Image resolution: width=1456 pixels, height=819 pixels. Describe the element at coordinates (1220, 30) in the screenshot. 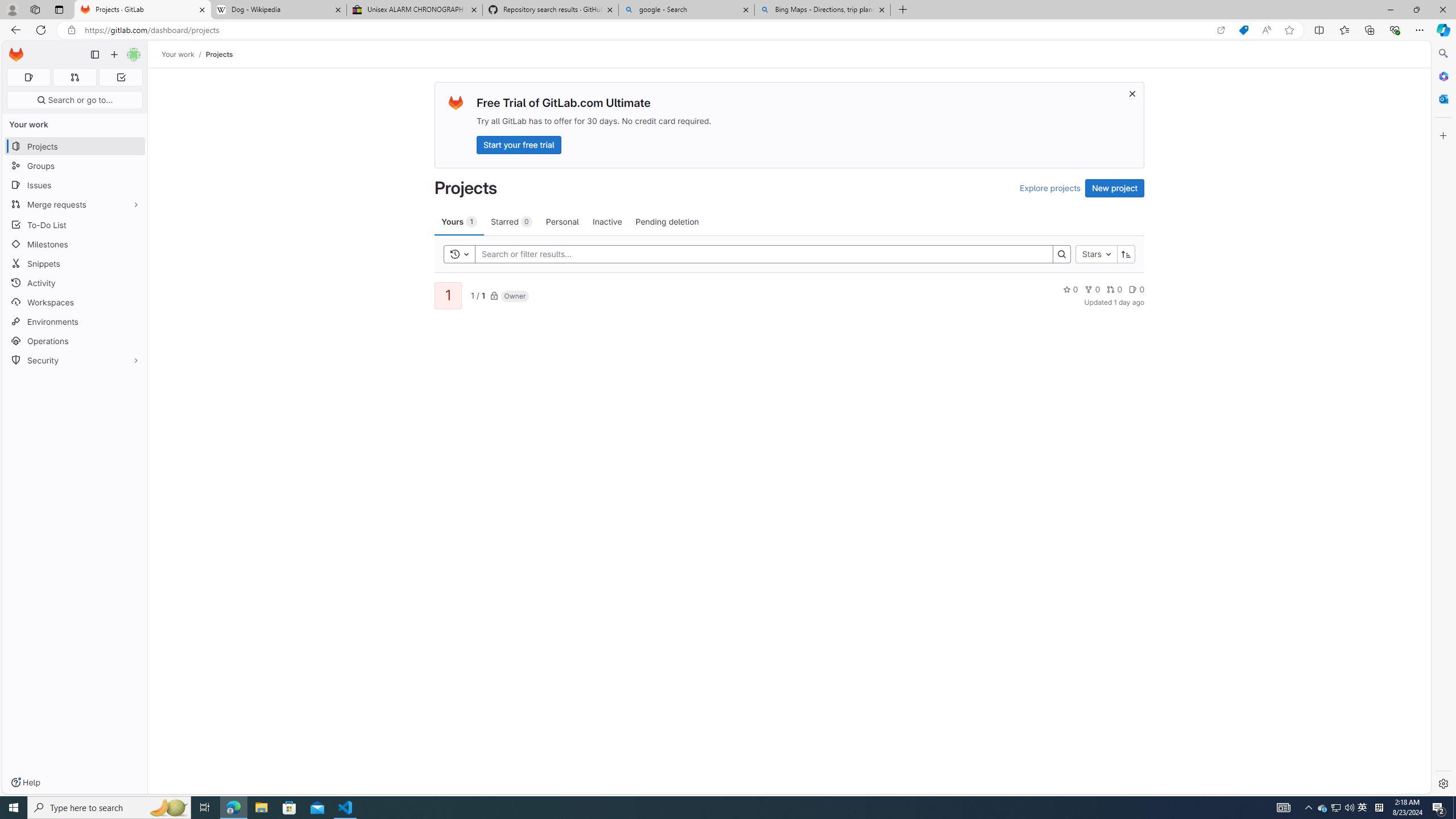

I see `'Open in app'` at that location.